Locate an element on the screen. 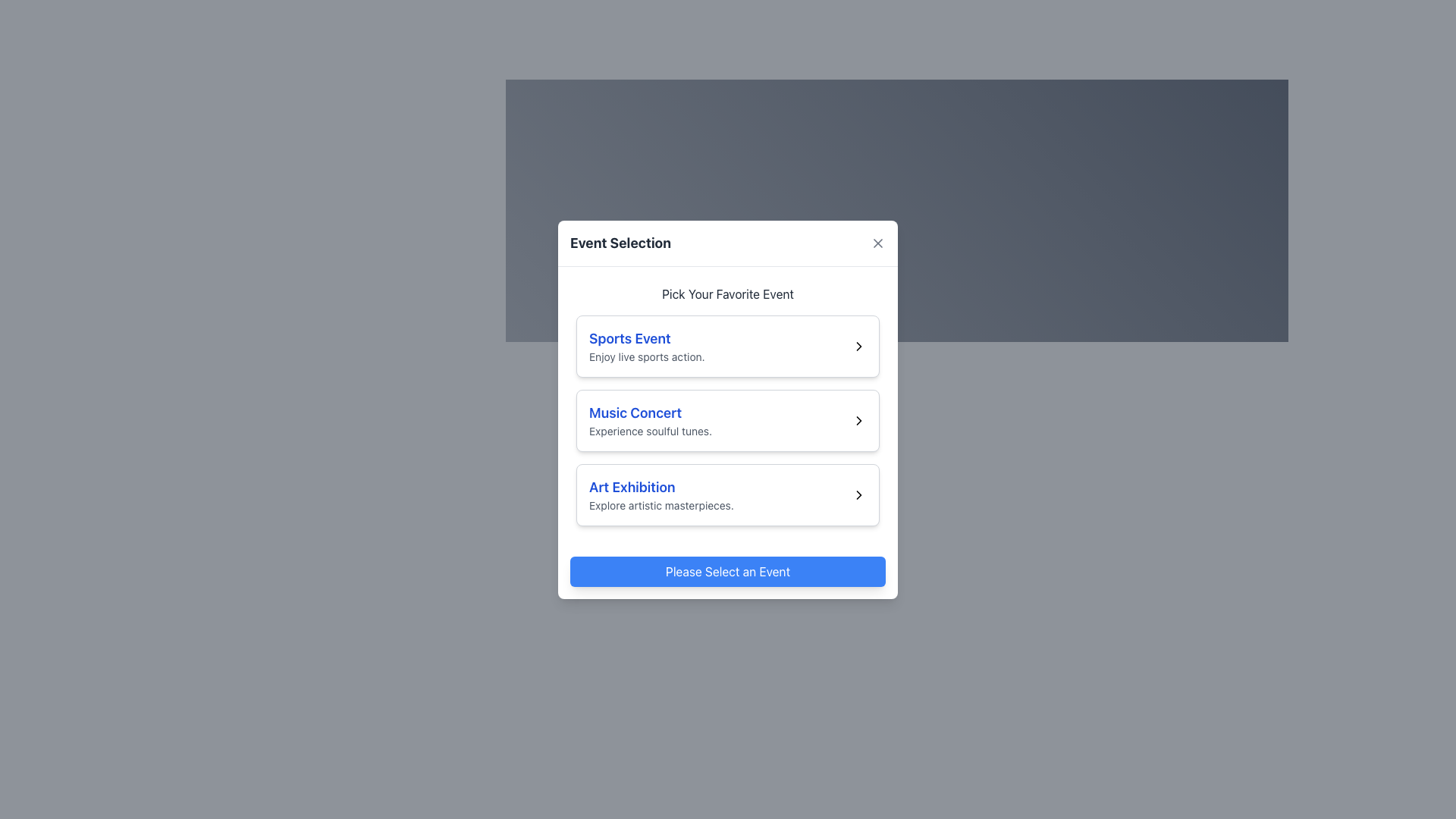 The width and height of the screenshot is (1456, 819). the icon located at the right edge of the 'Art Exhibition' list item is located at coordinates (858, 494).